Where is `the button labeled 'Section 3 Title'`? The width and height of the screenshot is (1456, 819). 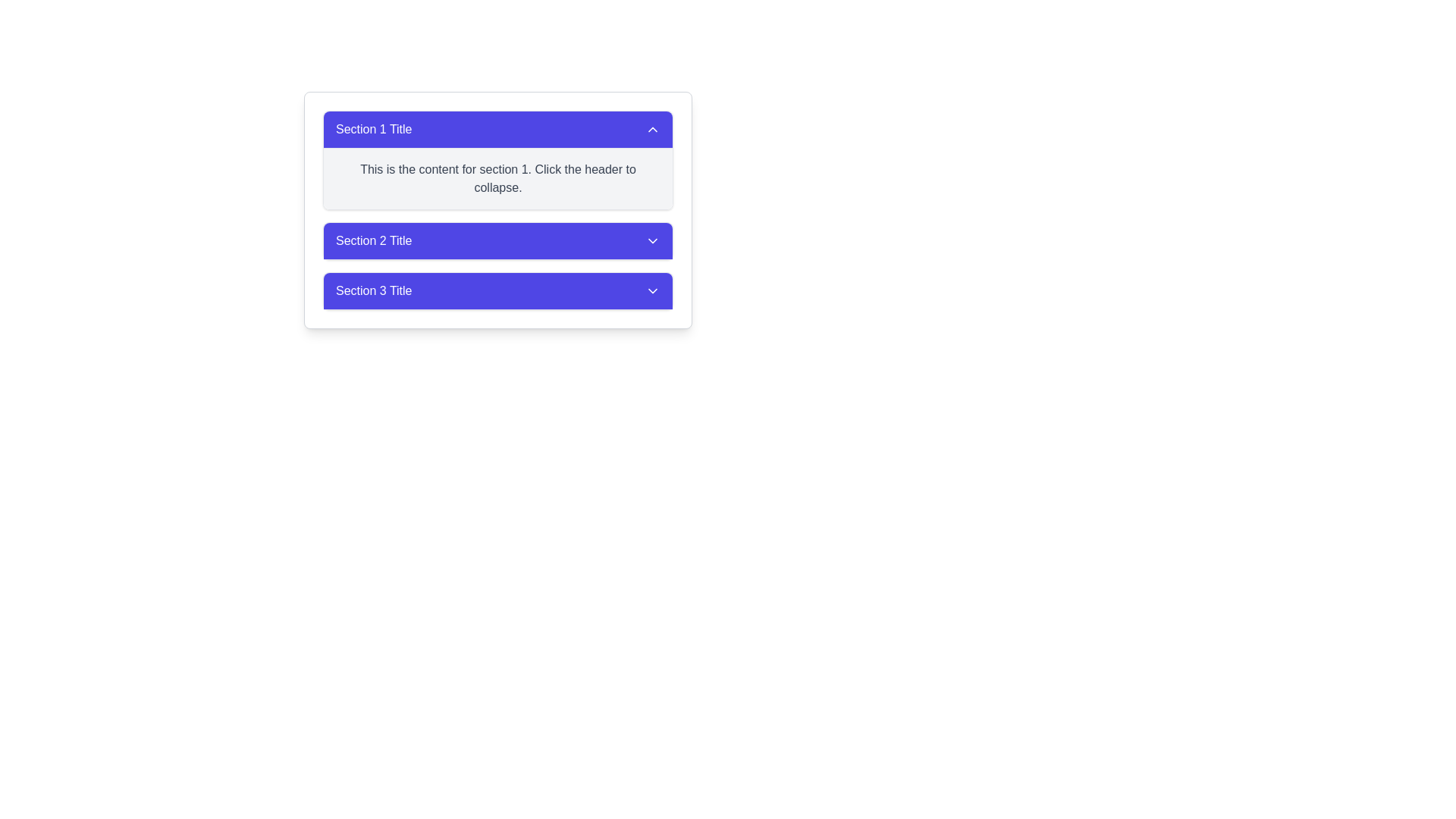
the button labeled 'Section 3 Title' is located at coordinates (498, 291).